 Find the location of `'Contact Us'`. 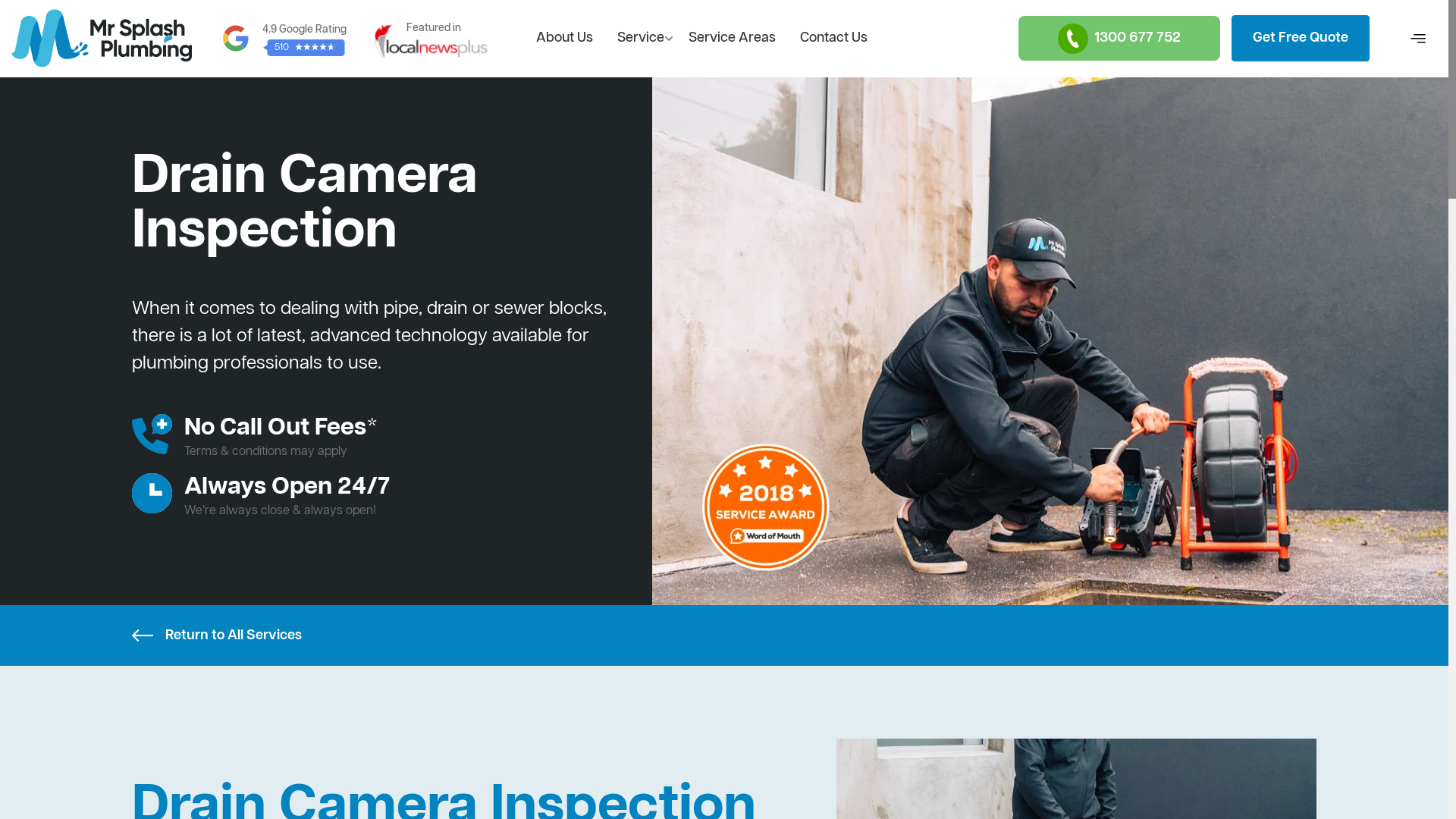

'Contact Us' is located at coordinates (833, 37).